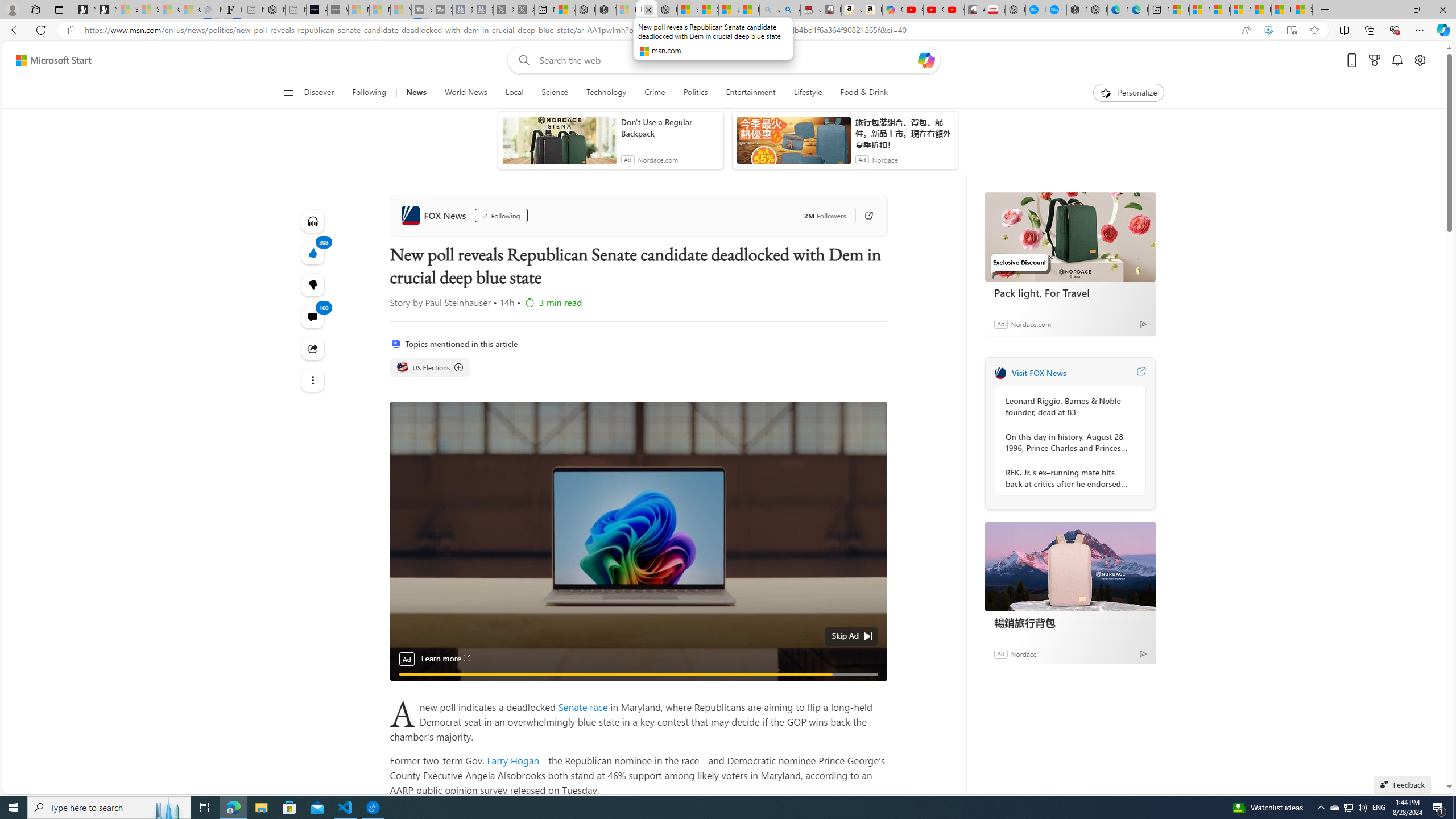 The width and height of the screenshot is (1456, 819). What do you see at coordinates (554, 92) in the screenshot?
I see `'Science'` at bounding box center [554, 92].